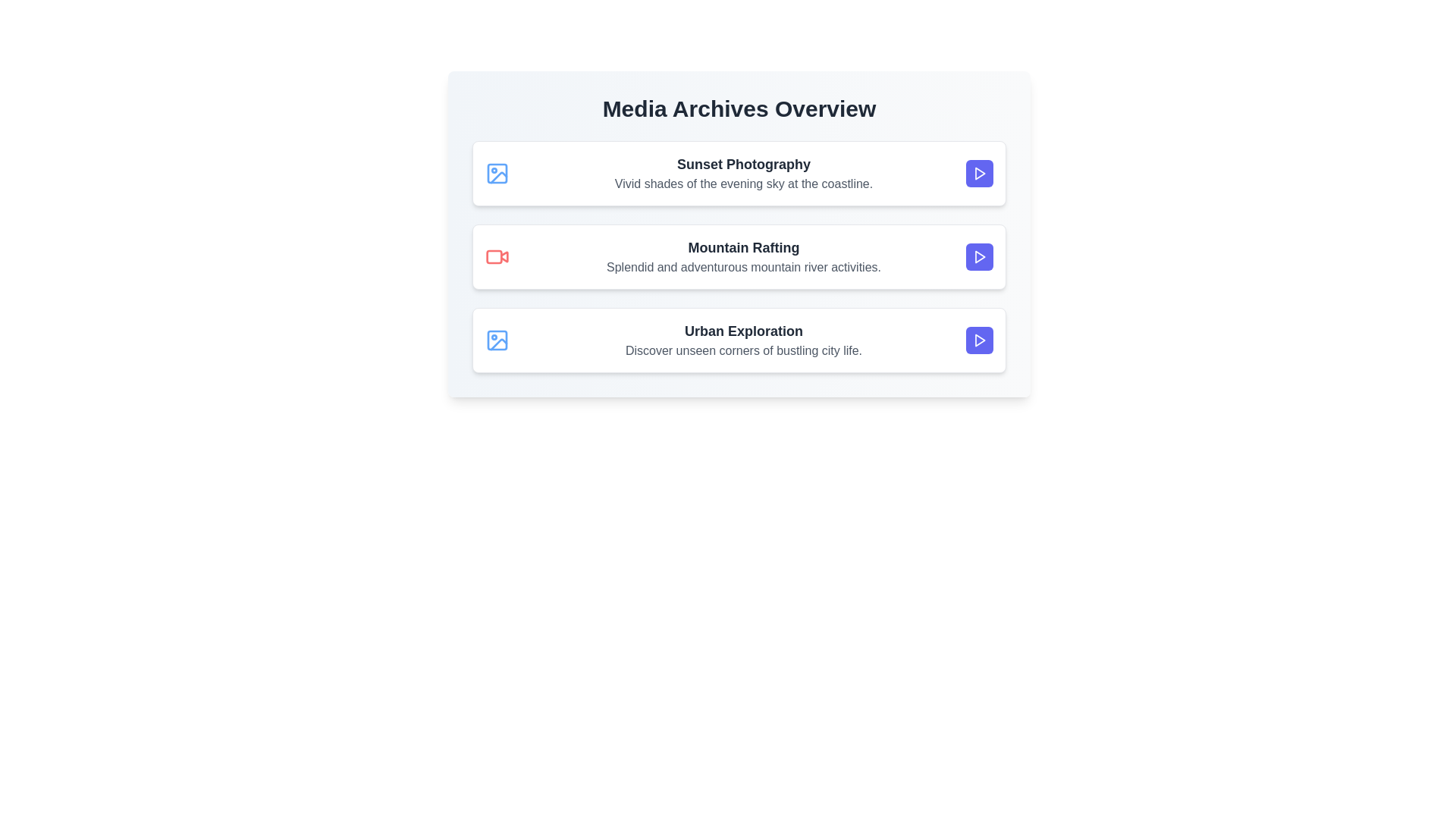 Image resolution: width=1456 pixels, height=819 pixels. What do you see at coordinates (979, 339) in the screenshot?
I see `the play button for the media item titled 'Urban Exploration'` at bounding box center [979, 339].